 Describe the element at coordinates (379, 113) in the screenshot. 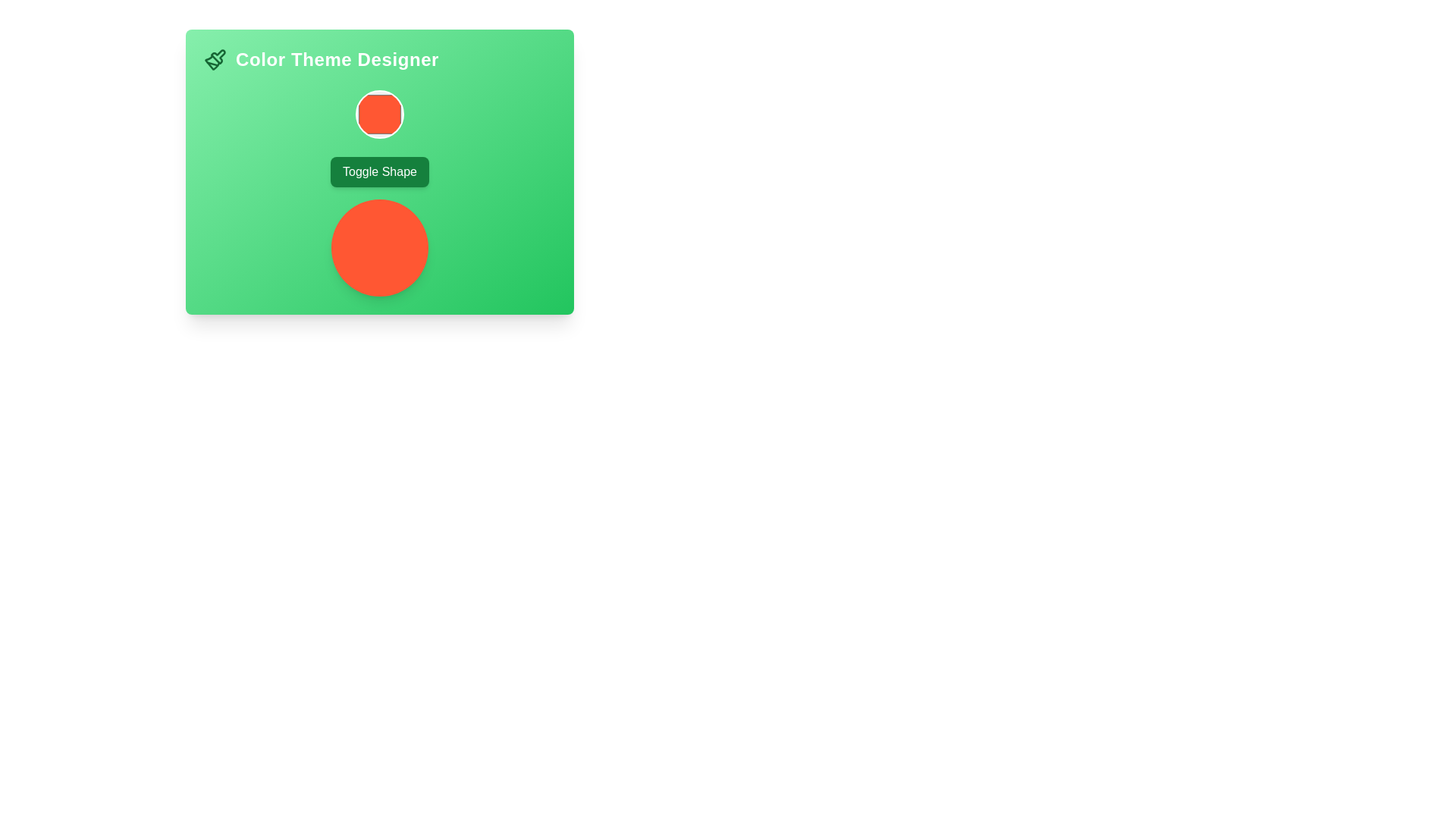

I see `the interactive color button, which is a circular orange button with a white border located beneath the 'Color Theme Designer' header` at that location.